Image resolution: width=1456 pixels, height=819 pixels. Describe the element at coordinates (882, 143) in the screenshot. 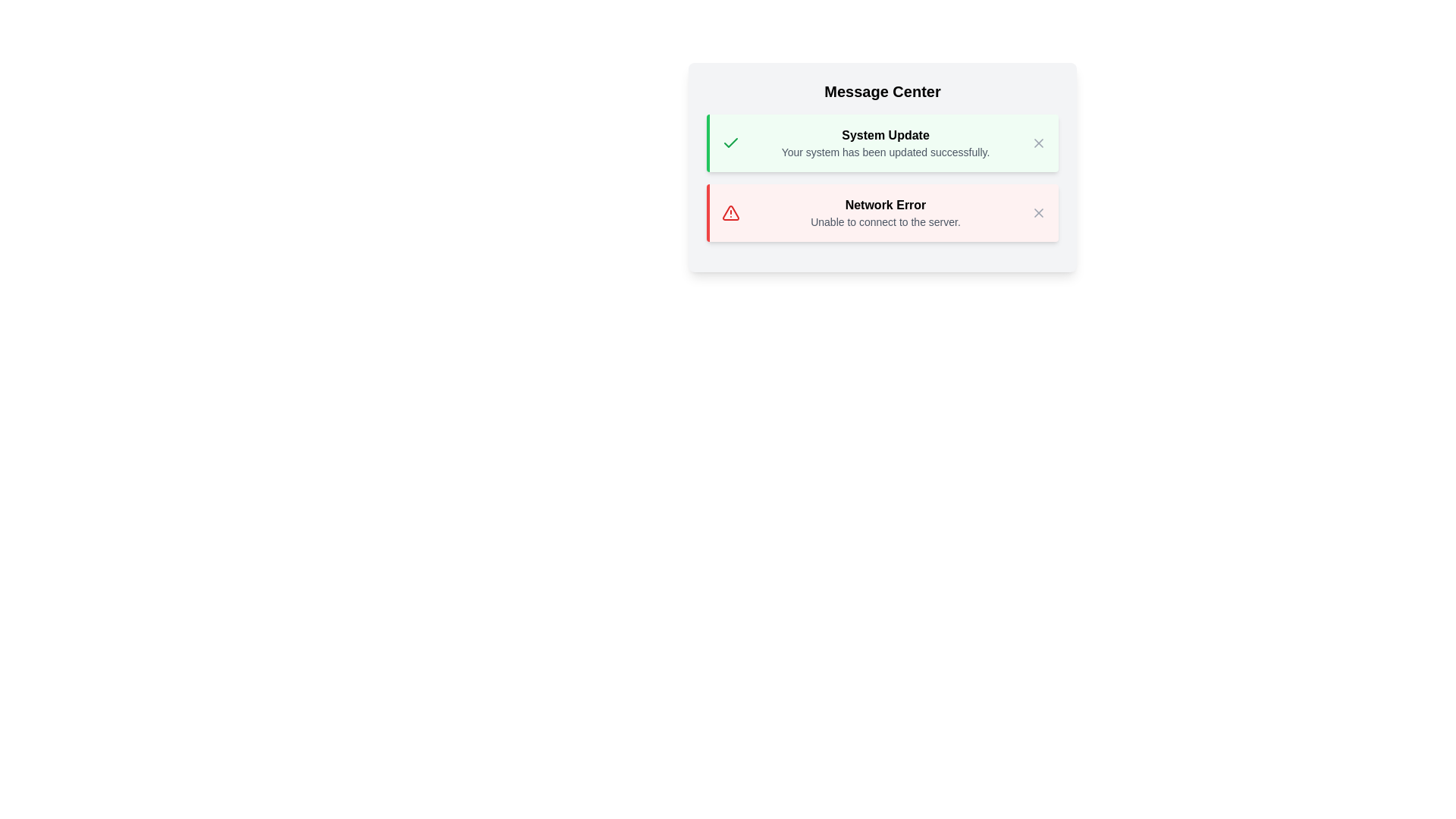

I see `the first notification card in the Message Center` at that location.